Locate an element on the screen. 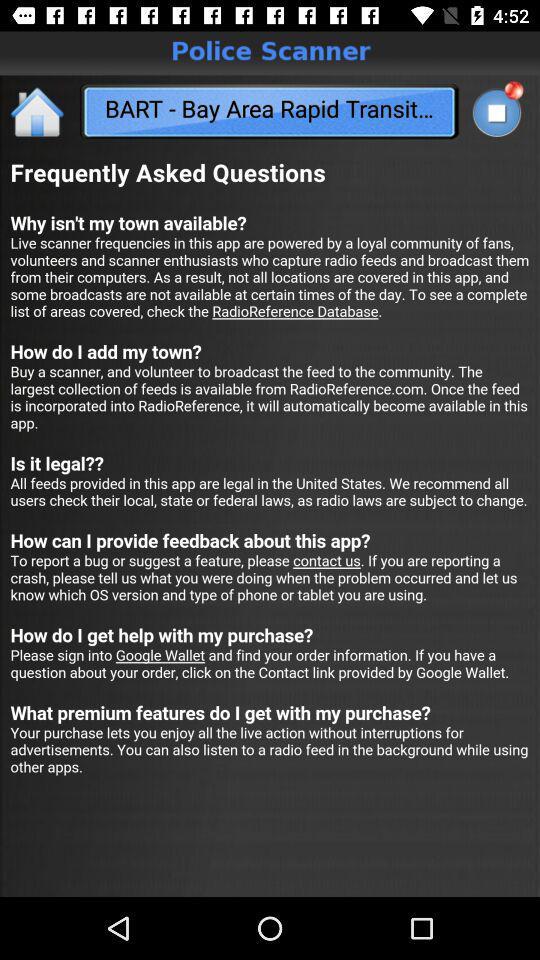 The height and width of the screenshot is (960, 540). previous is located at coordinates (38, 111).